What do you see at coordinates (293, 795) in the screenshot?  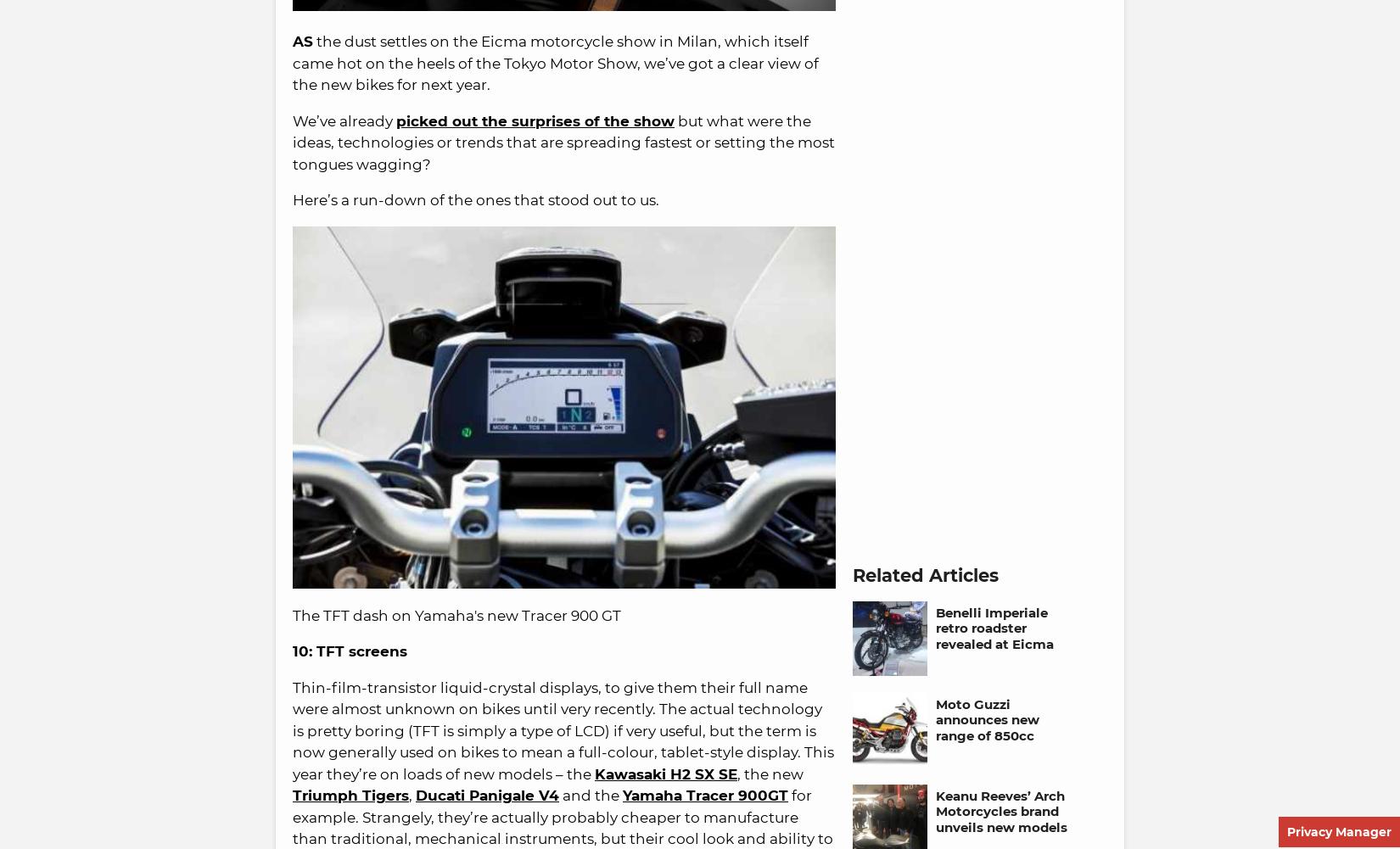 I see `'Triumph Tigers'` at bounding box center [293, 795].